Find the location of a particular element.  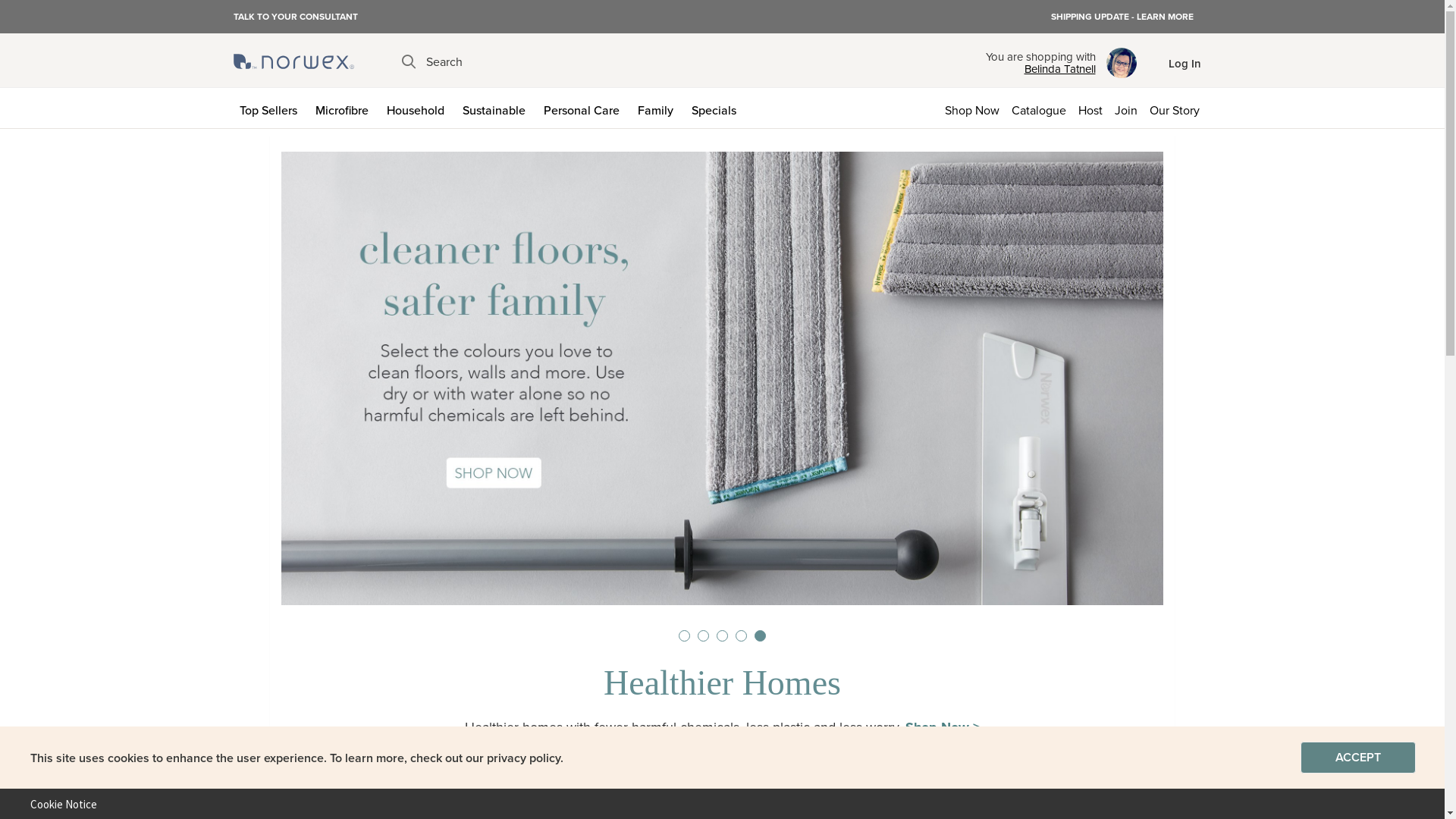

'Top Sellers' is located at coordinates (271, 107).